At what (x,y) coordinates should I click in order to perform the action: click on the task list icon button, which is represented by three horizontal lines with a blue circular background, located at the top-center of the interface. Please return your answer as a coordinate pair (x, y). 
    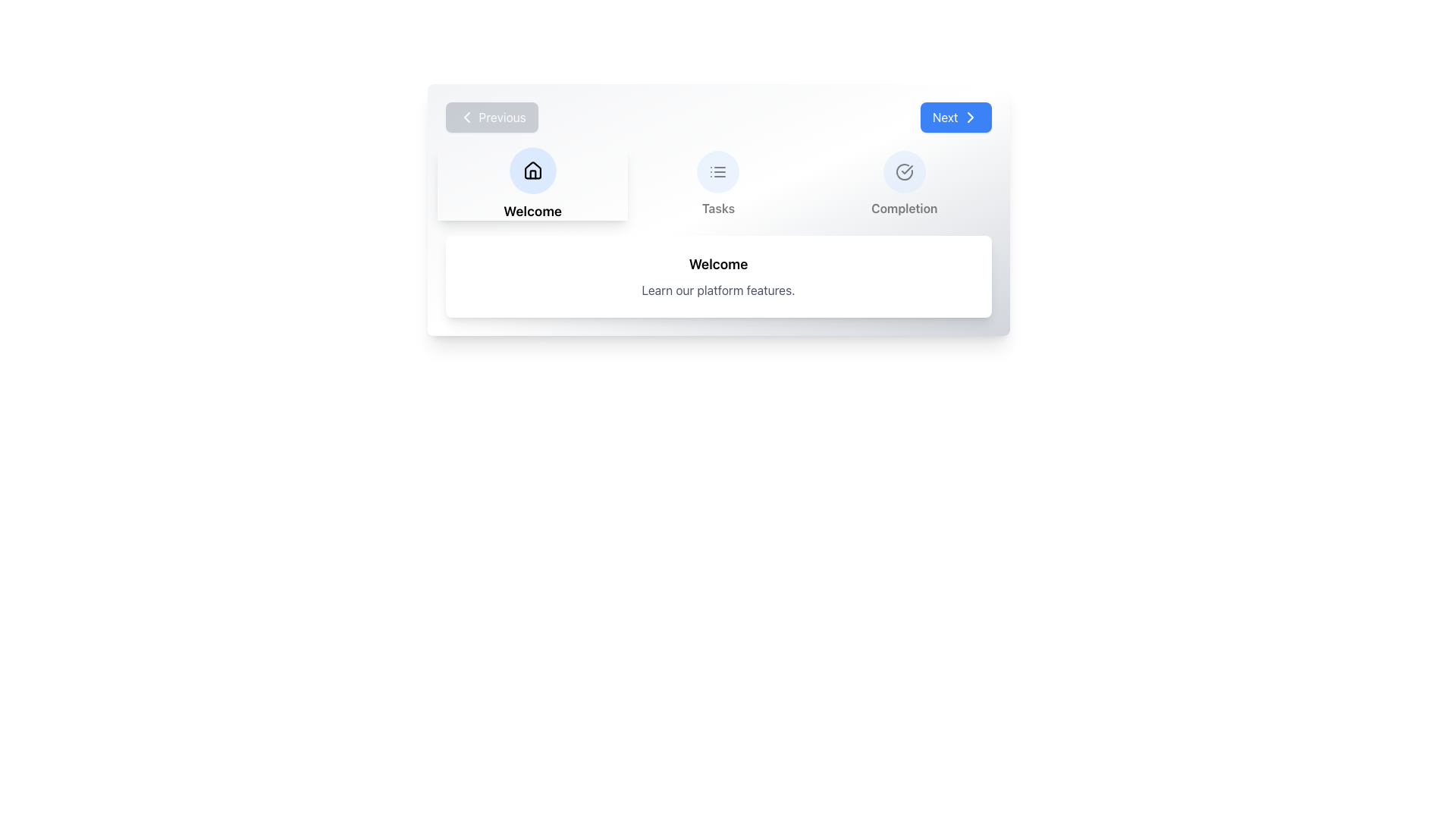
    Looking at the image, I should click on (717, 171).